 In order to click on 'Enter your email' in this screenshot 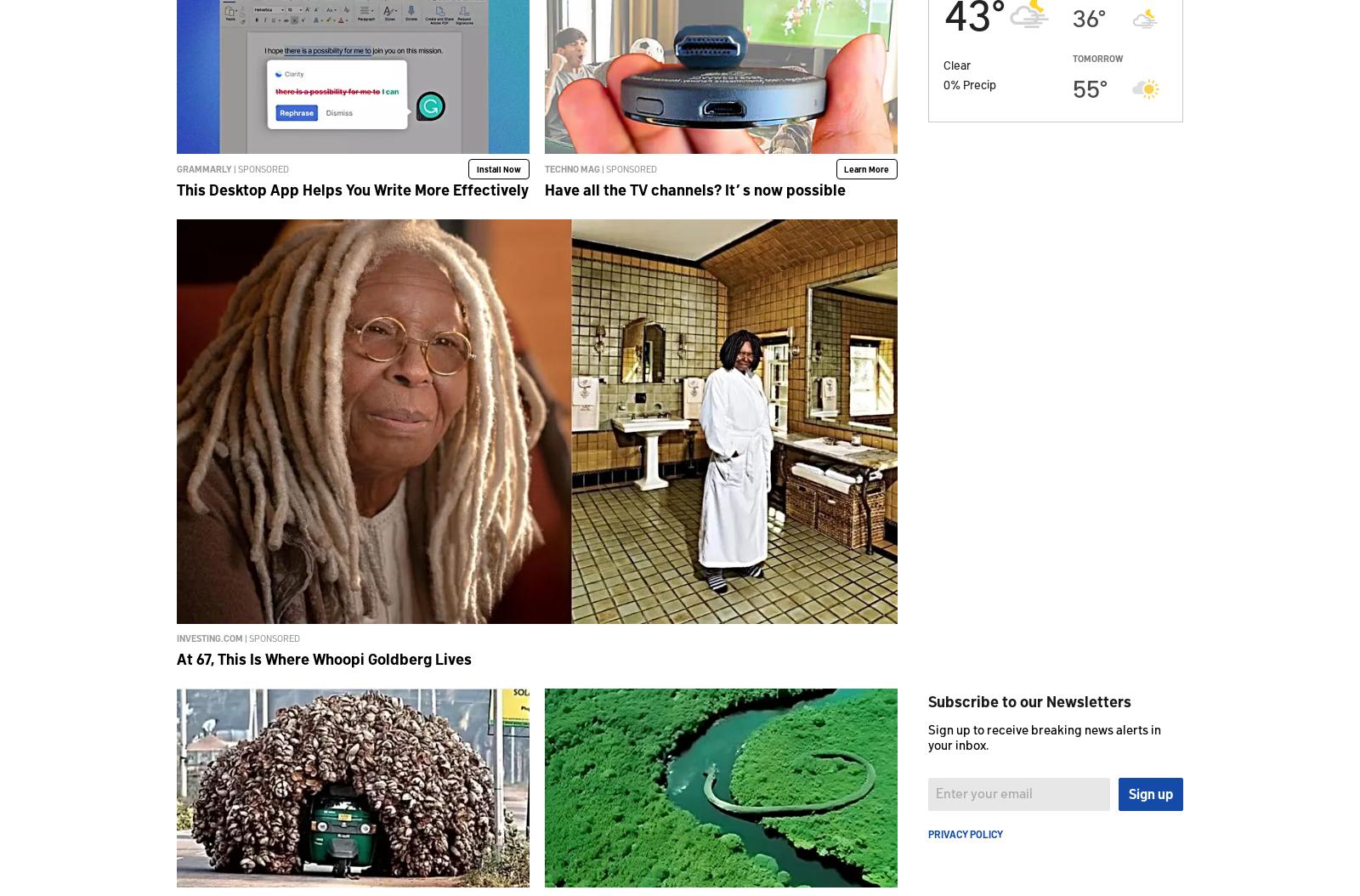, I will do `click(984, 791)`.